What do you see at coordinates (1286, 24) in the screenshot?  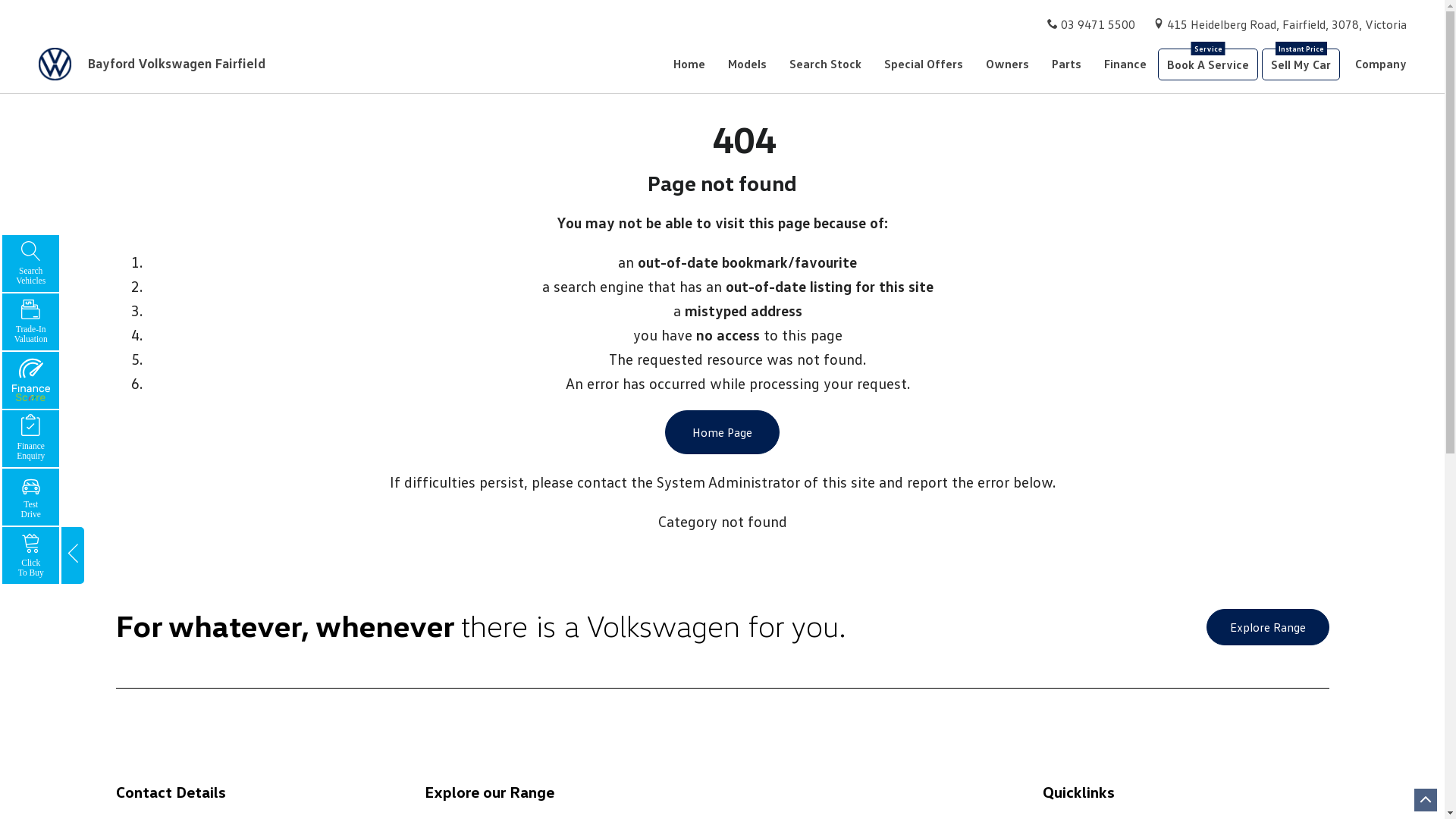 I see `'415 Heidelberg Road, Fairfield, 3078, Victoria'` at bounding box center [1286, 24].